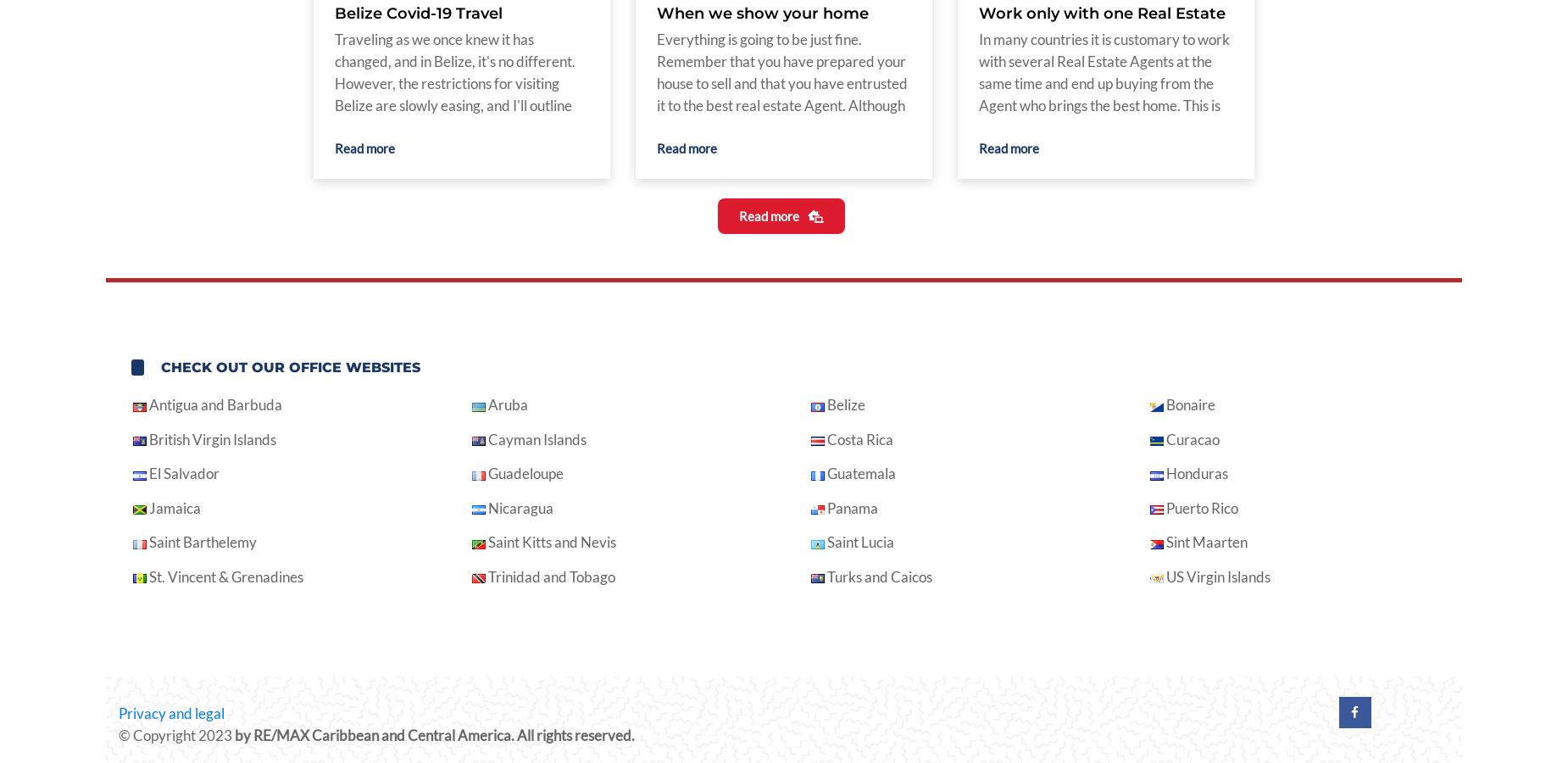  Describe the element at coordinates (210, 437) in the screenshot. I see `'British Virgin Islands'` at that location.